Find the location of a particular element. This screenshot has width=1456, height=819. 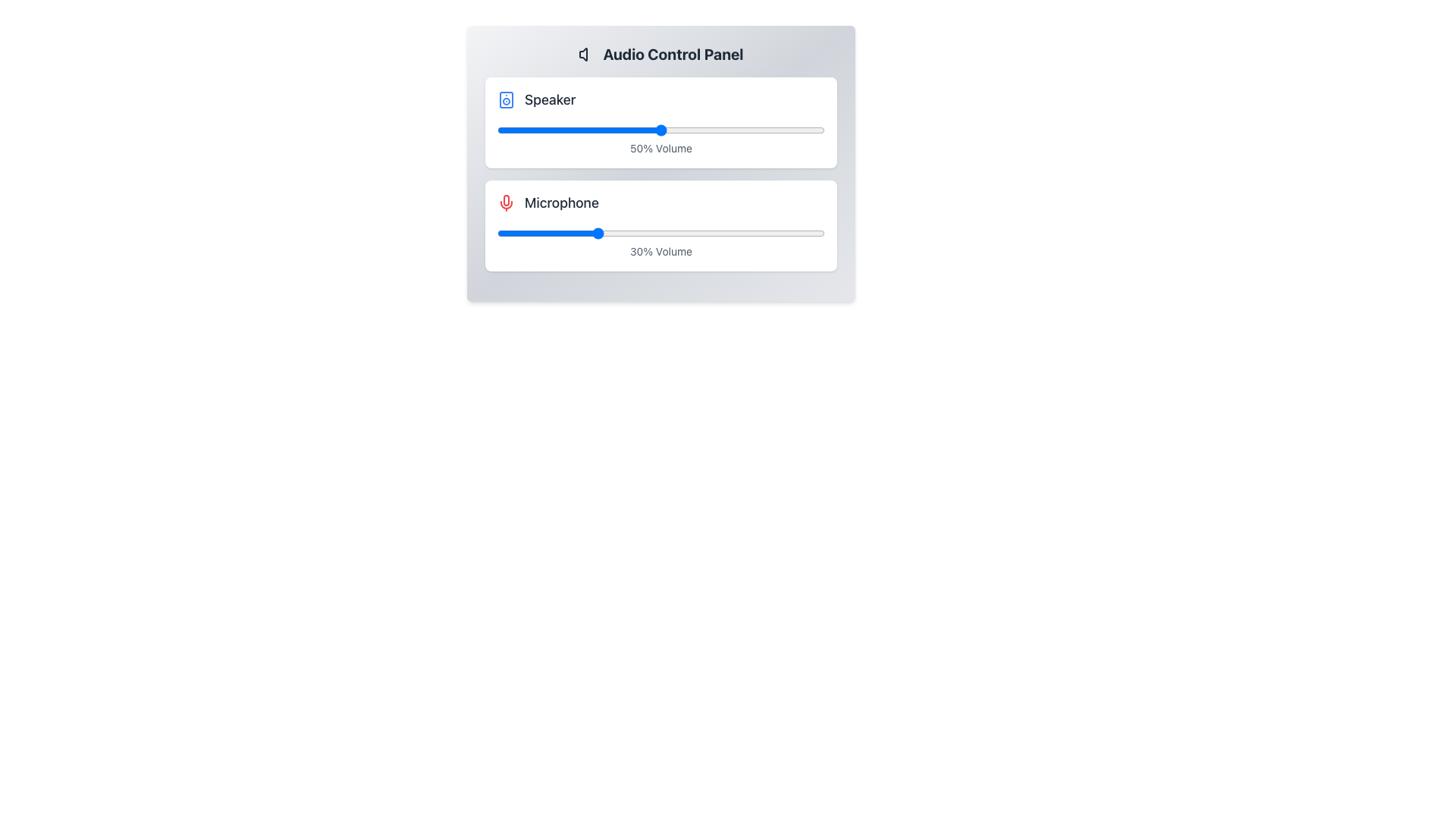

the microphone volume is located at coordinates (676, 234).